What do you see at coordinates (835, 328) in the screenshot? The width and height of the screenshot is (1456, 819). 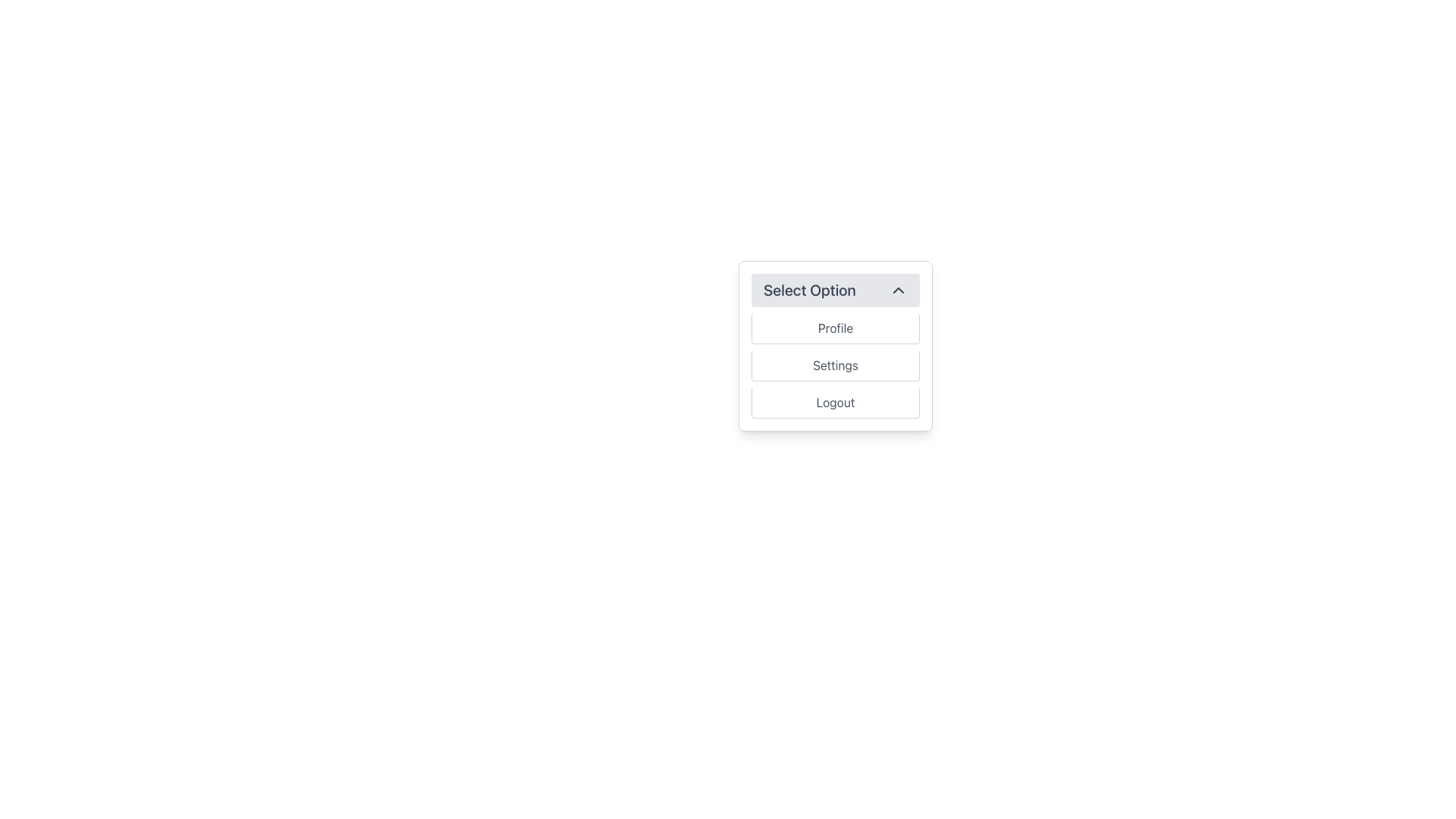 I see `the 'Profile' button` at bounding box center [835, 328].